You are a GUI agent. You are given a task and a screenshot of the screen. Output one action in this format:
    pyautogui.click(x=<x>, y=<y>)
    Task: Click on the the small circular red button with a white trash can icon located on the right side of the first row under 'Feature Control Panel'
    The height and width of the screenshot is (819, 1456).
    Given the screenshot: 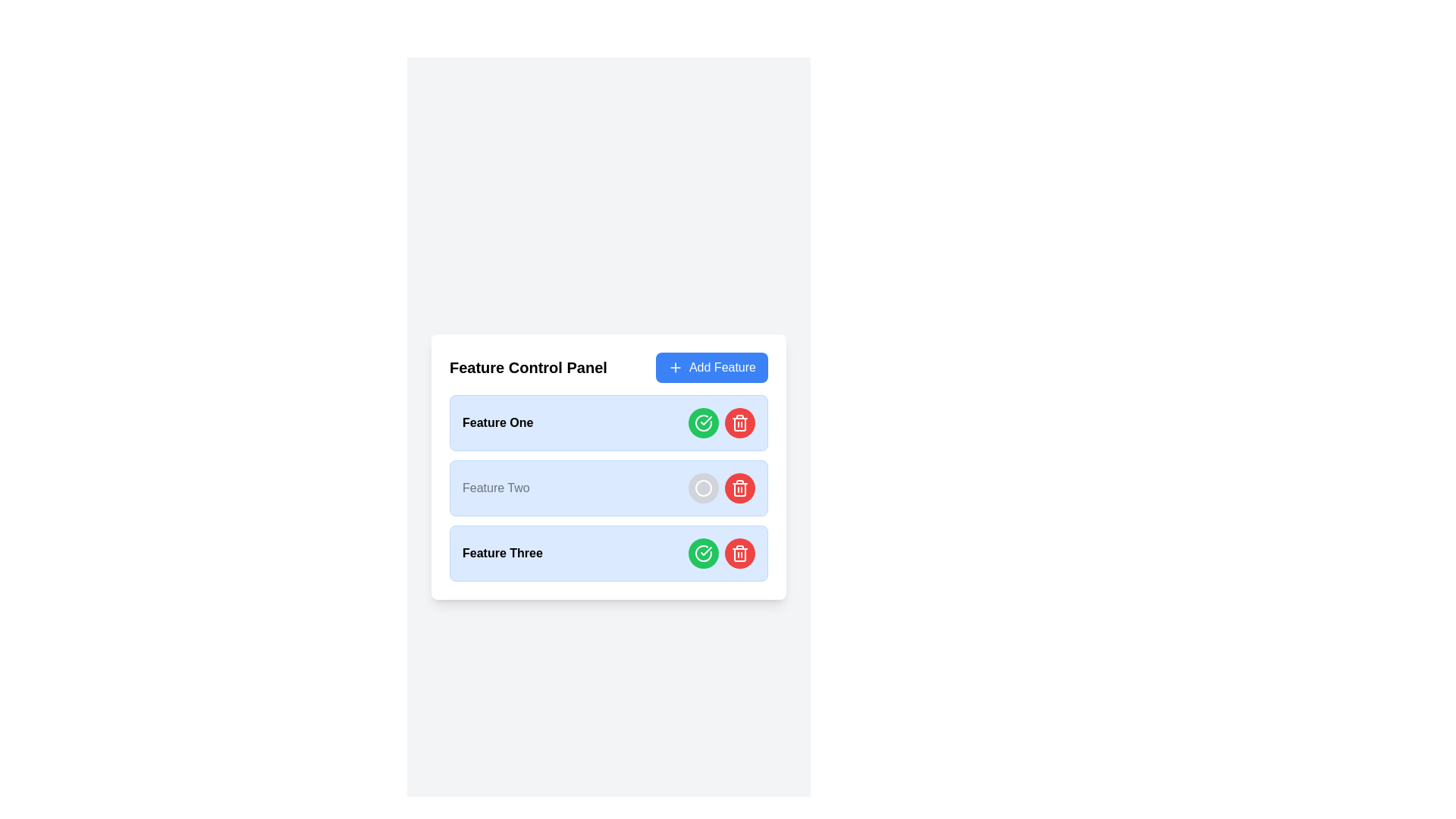 What is the action you would take?
    pyautogui.click(x=739, y=423)
    